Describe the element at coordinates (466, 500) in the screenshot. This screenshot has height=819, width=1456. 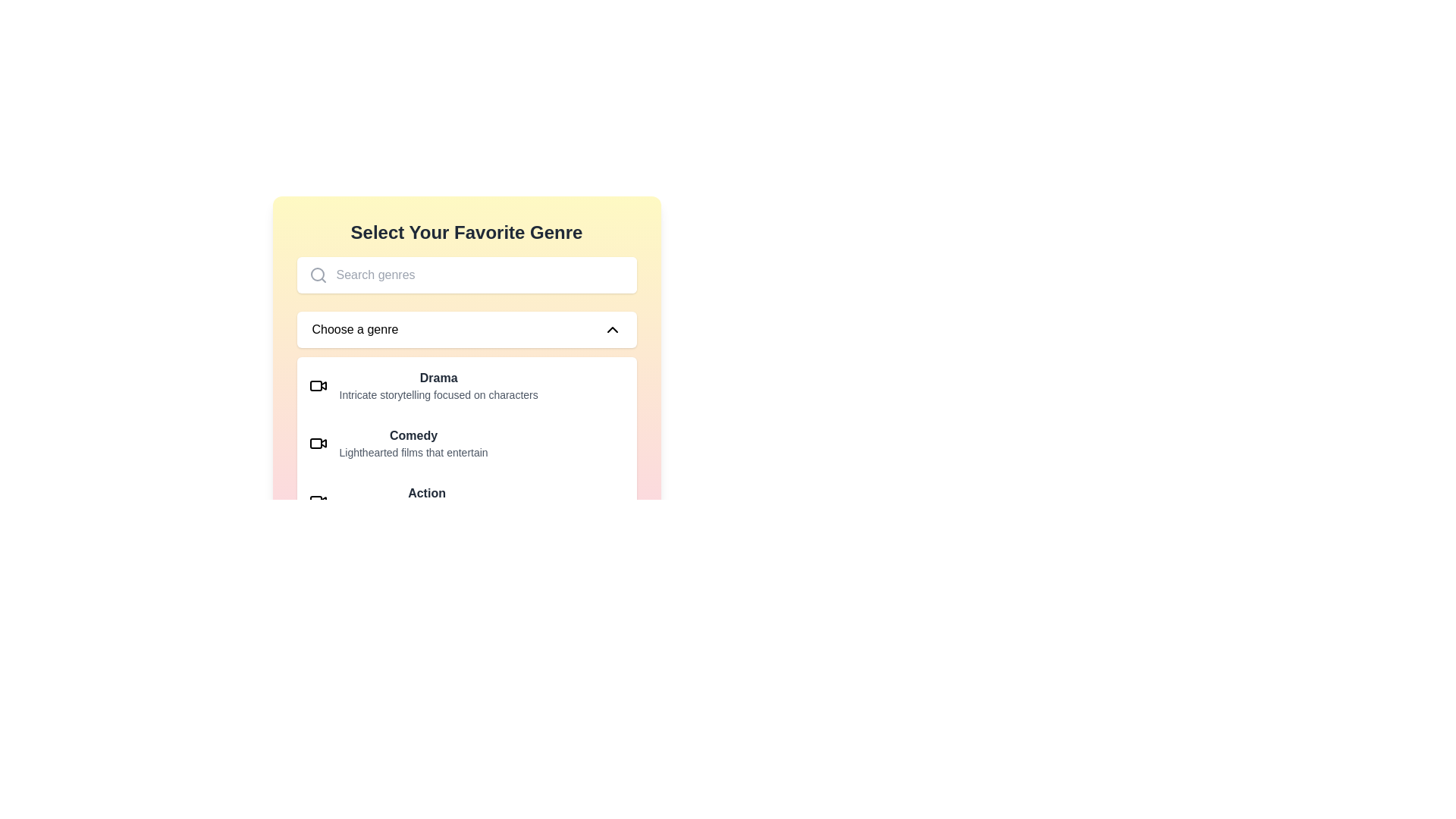
I see `the selectable list item titled 'Action' with a description 'High-paced films with amazing stunts'` at that location.